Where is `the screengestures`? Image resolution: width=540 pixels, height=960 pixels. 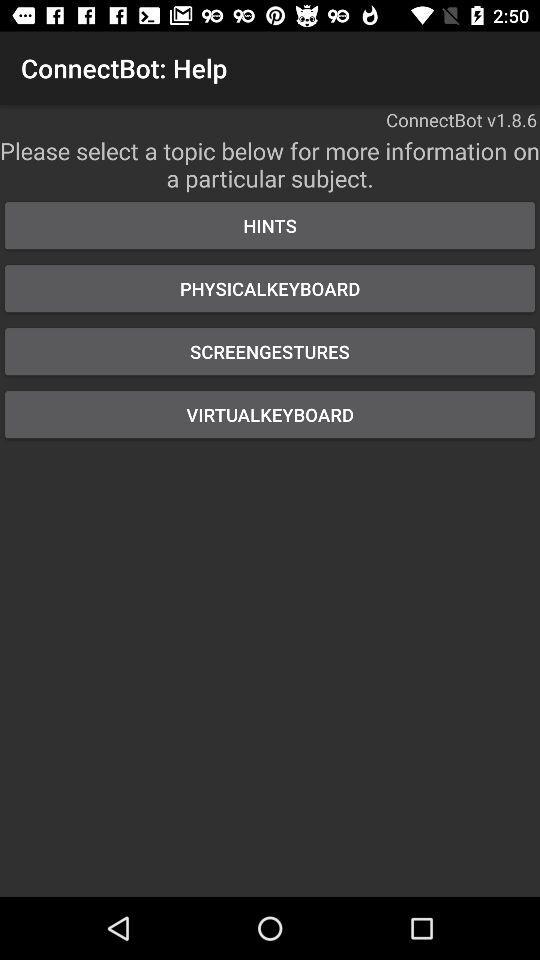 the screengestures is located at coordinates (270, 351).